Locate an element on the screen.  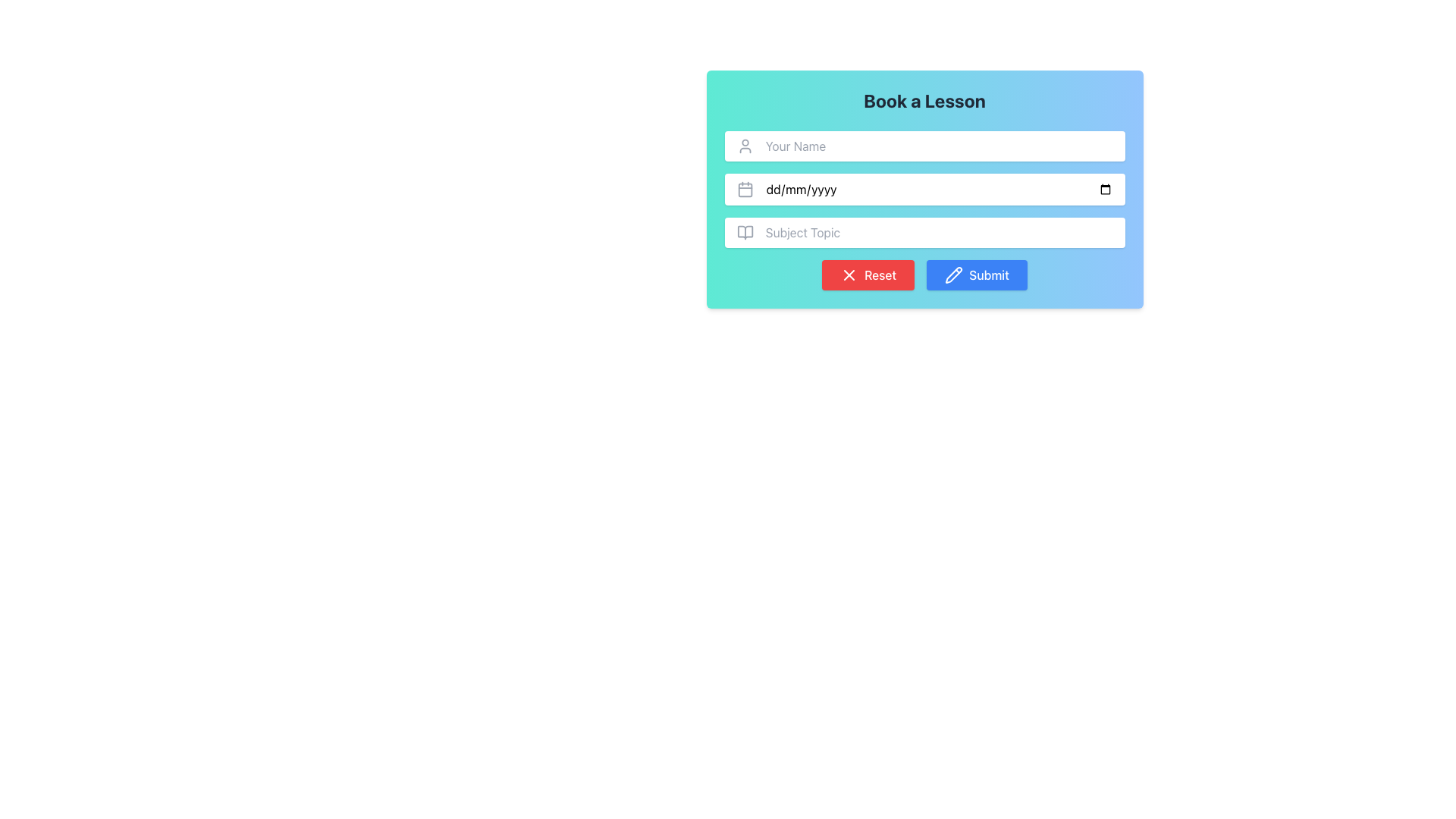
a date on the datepicker within the Form Section located below the header 'Book a Lesson' is located at coordinates (924, 210).